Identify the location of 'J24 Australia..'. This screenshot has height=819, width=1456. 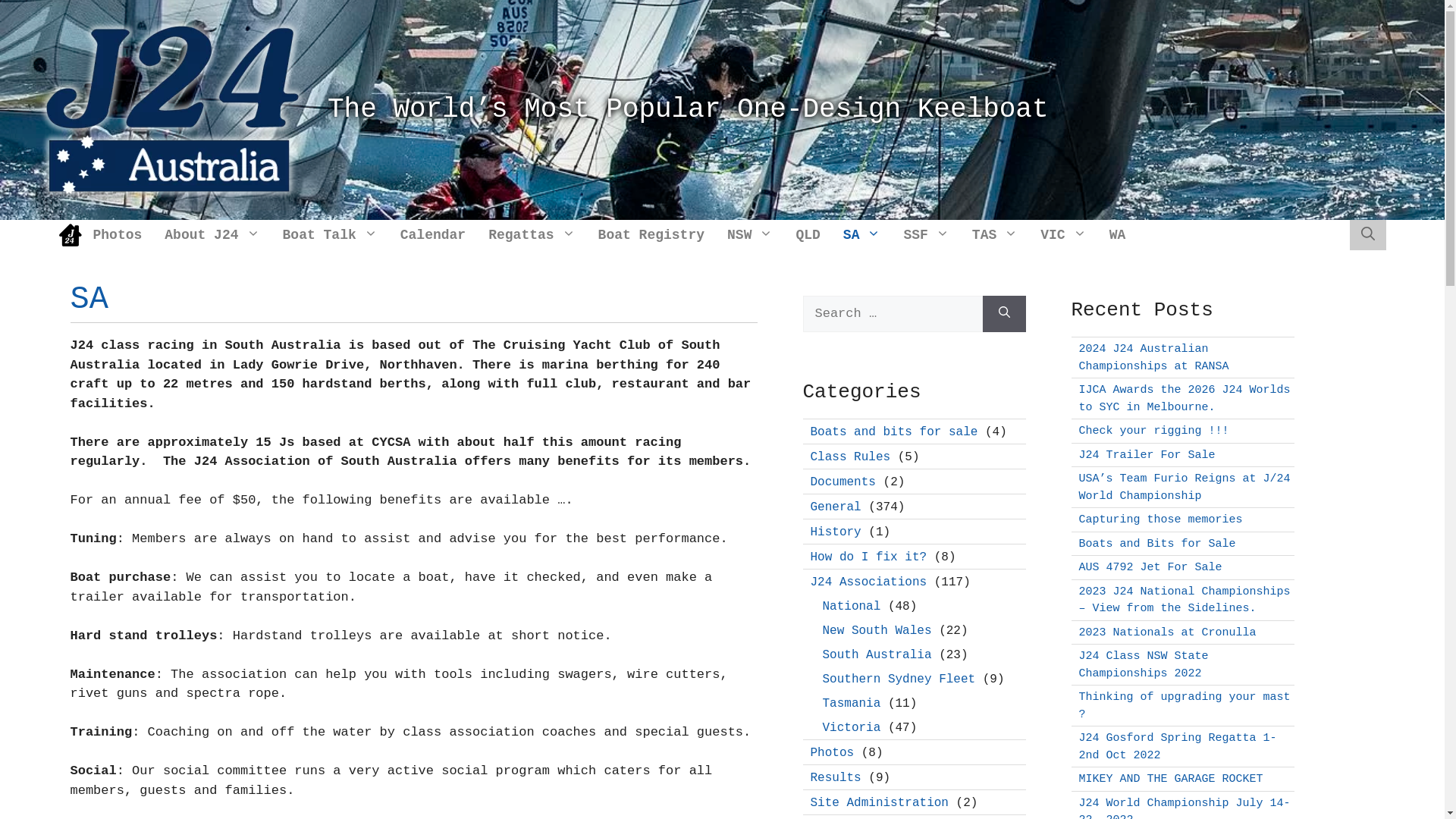
(172, 108).